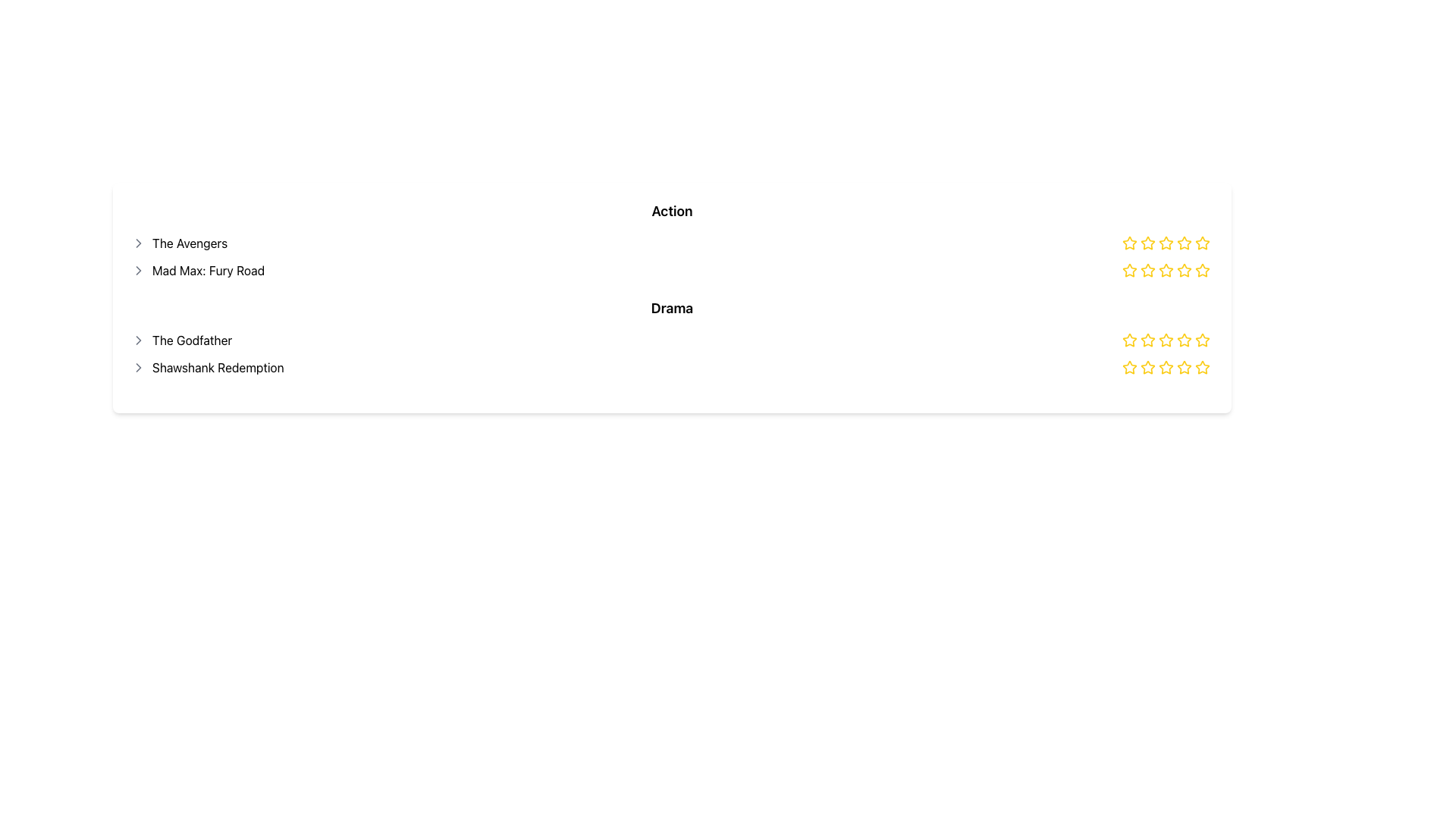 This screenshot has width=1456, height=819. What do you see at coordinates (1201, 242) in the screenshot?
I see `the fifth yellow star-shaped icon with a hollow center in the topmost row of the star rating system` at bounding box center [1201, 242].